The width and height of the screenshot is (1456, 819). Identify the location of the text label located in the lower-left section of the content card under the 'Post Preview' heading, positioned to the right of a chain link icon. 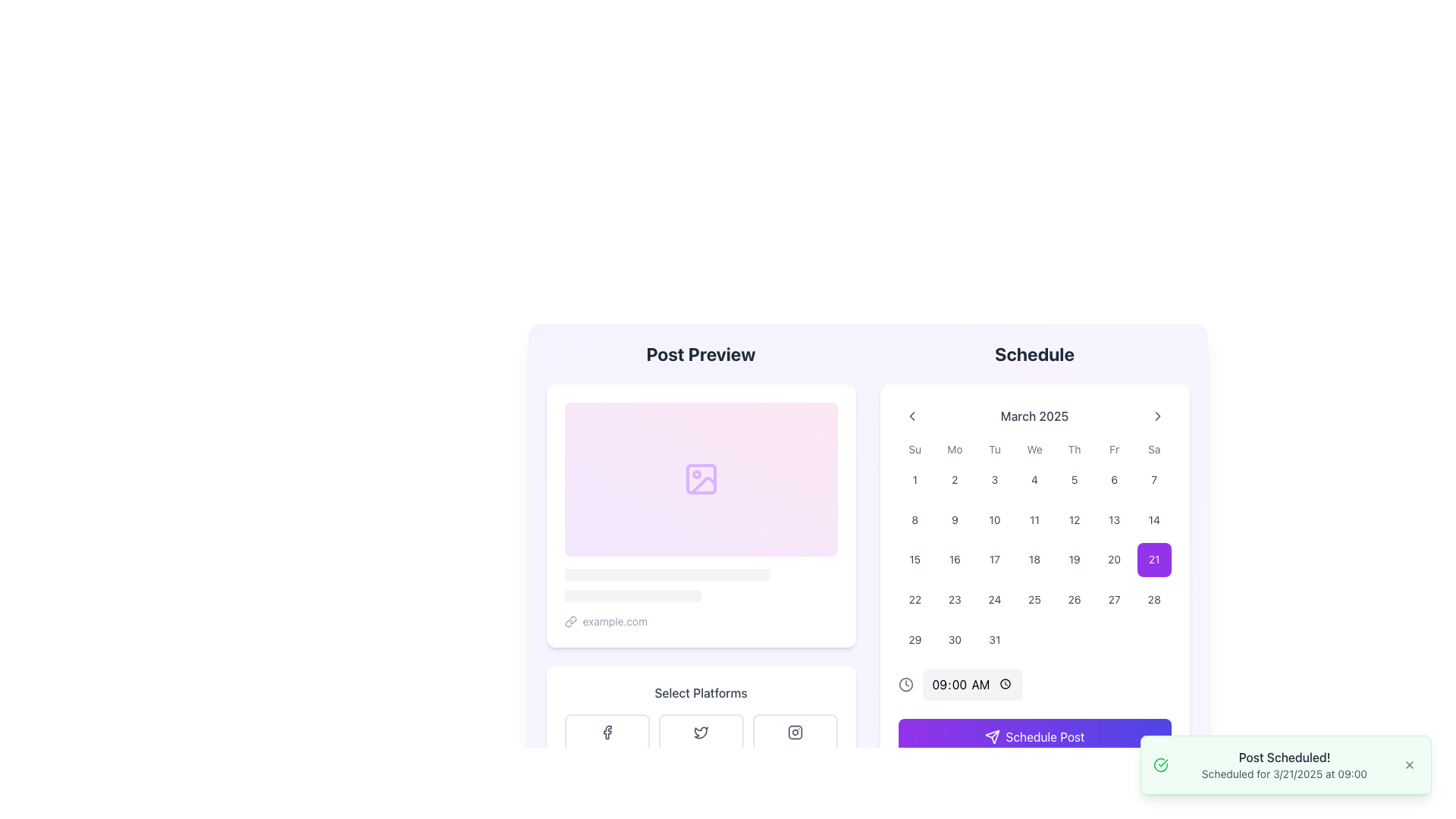
(615, 621).